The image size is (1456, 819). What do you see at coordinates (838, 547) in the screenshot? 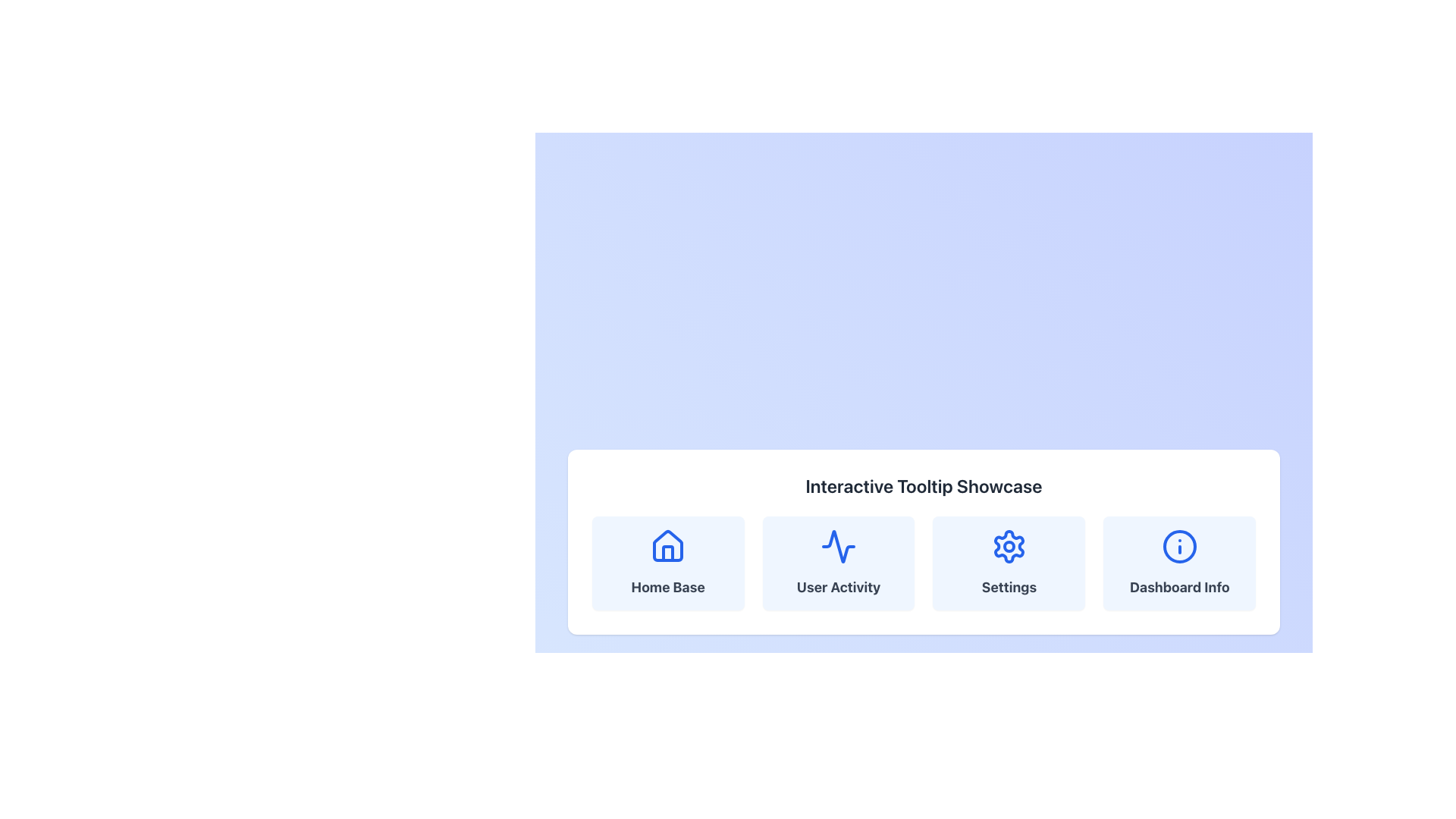
I see `the heartbeat icon within the 'User Activity' card` at bounding box center [838, 547].